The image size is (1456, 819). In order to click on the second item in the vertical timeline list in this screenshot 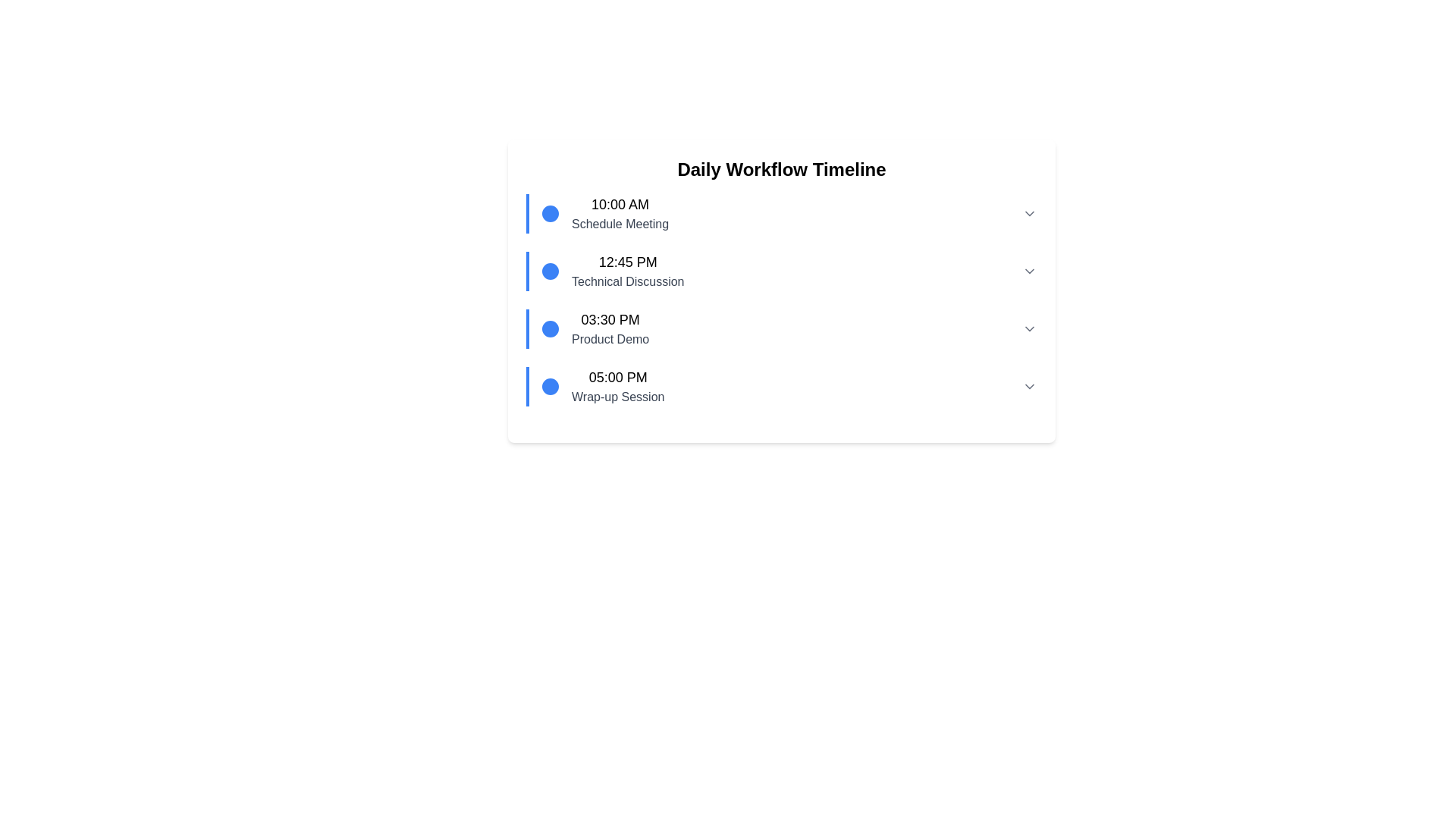, I will do `click(789, 271)`.